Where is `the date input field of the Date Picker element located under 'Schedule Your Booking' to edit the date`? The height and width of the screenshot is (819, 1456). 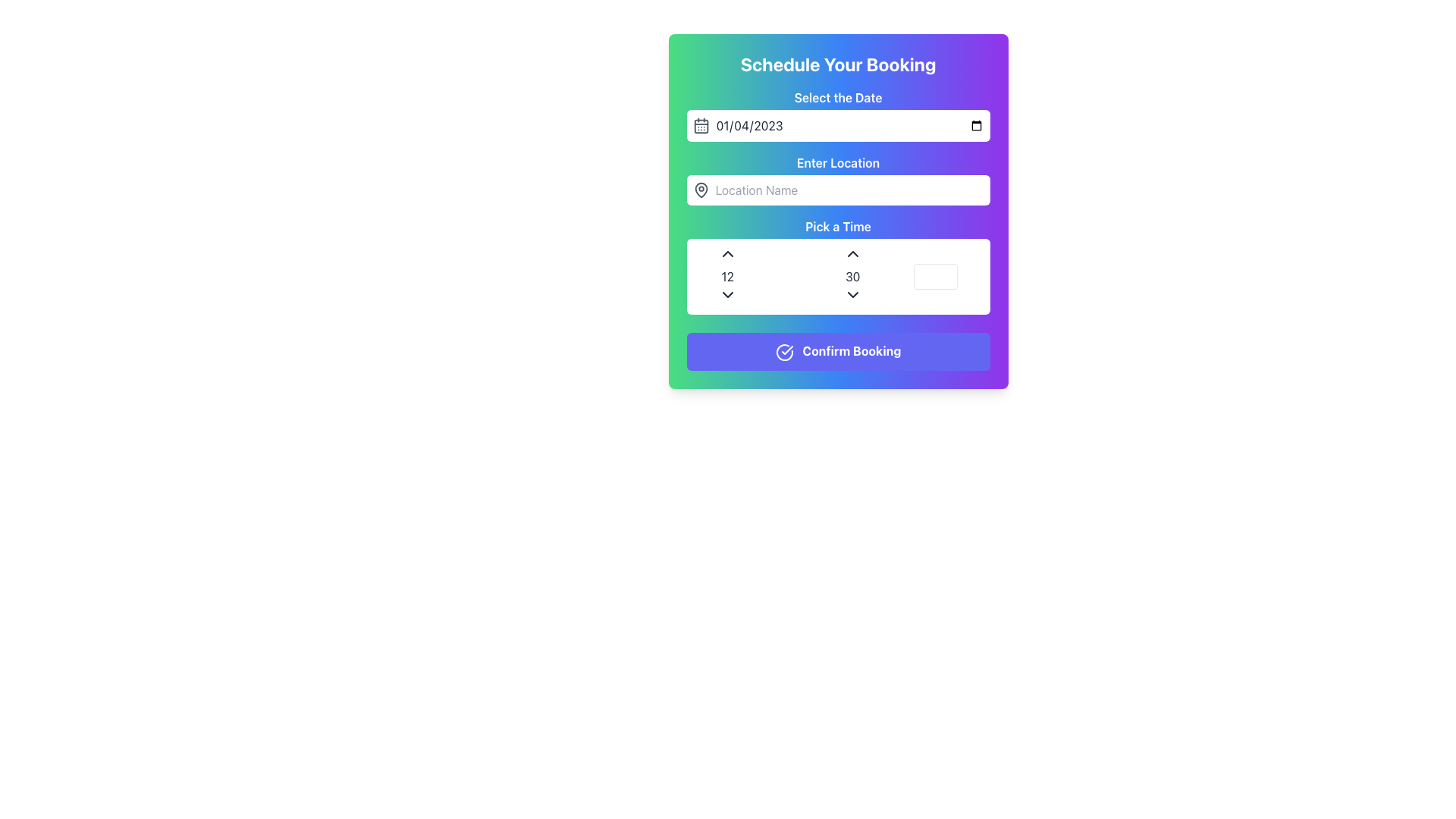
the date input field of the Date Picker element located under 'Schedule Your Booking' to edit the date is located at coordinates (837, 124).